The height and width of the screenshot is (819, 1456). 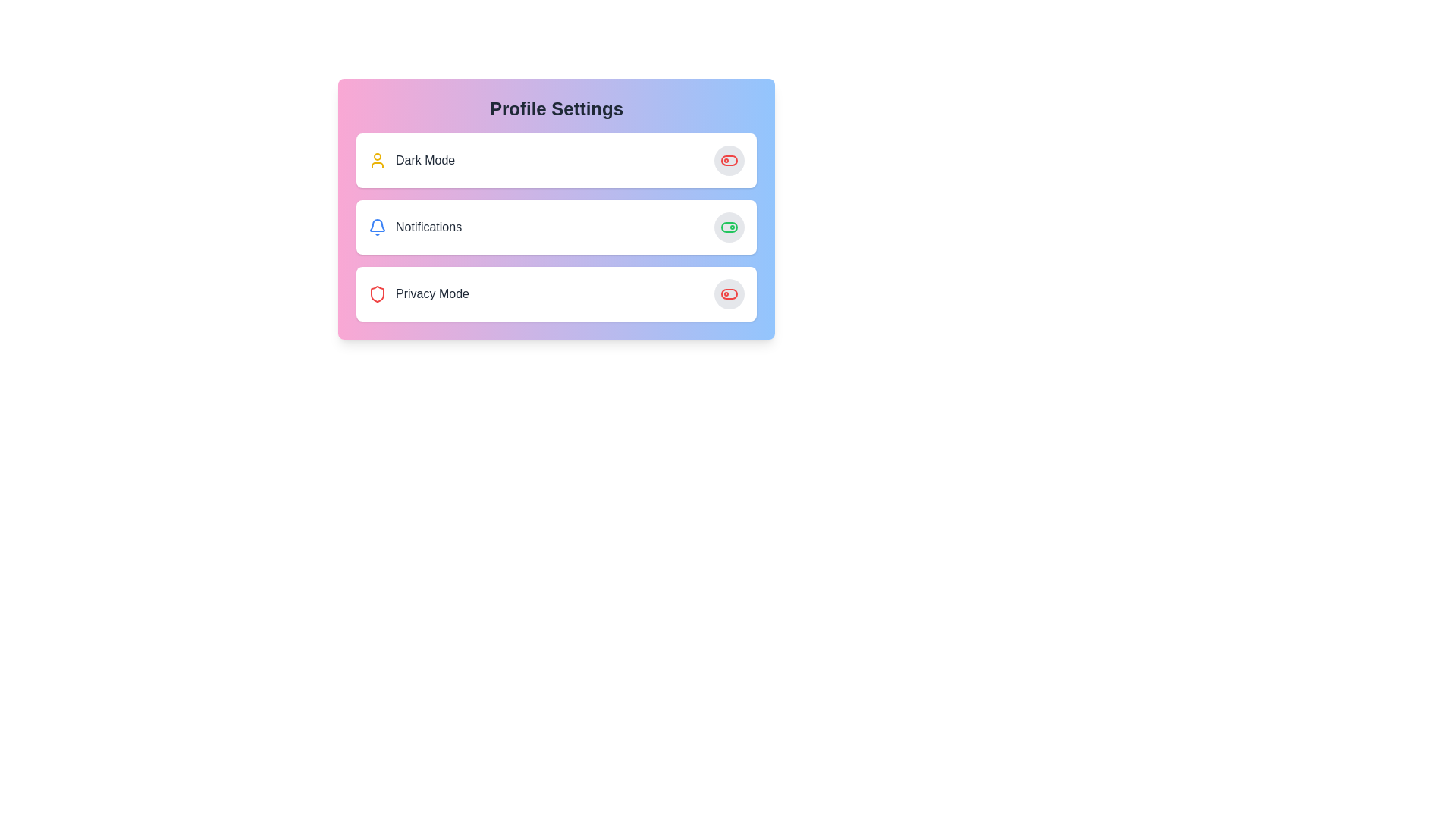 I want to click on the background of the toggle switch in the 'on' state, which is located in the top-right section of the toggle switch UI component, so click(x=729, y=227).